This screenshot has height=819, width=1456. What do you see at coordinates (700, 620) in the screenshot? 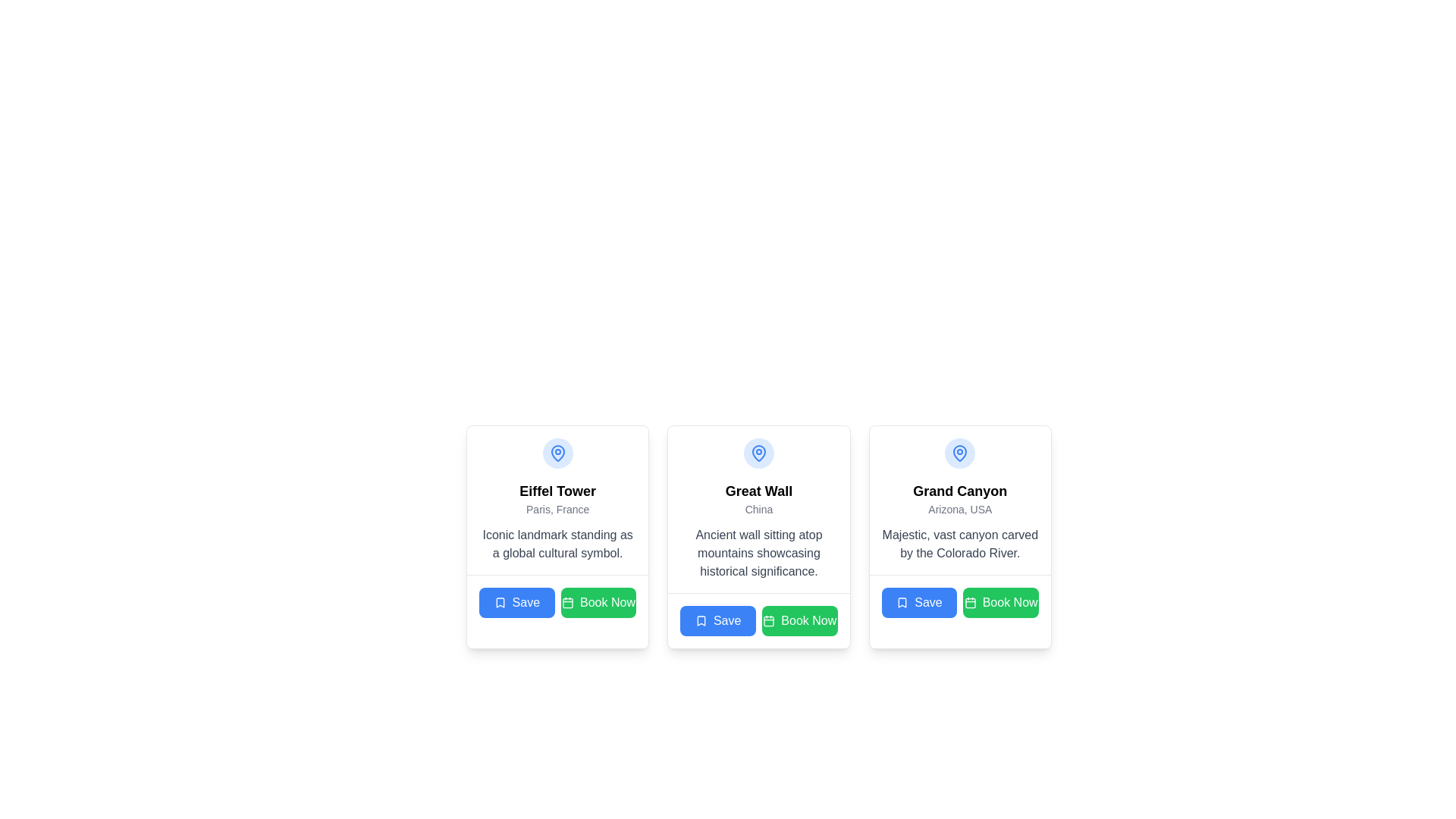
I see `the bookmark icon with a blue background and white graphic, located within the 'Save' button on the 'Great Wall' card` at bounding box center [700, 620].